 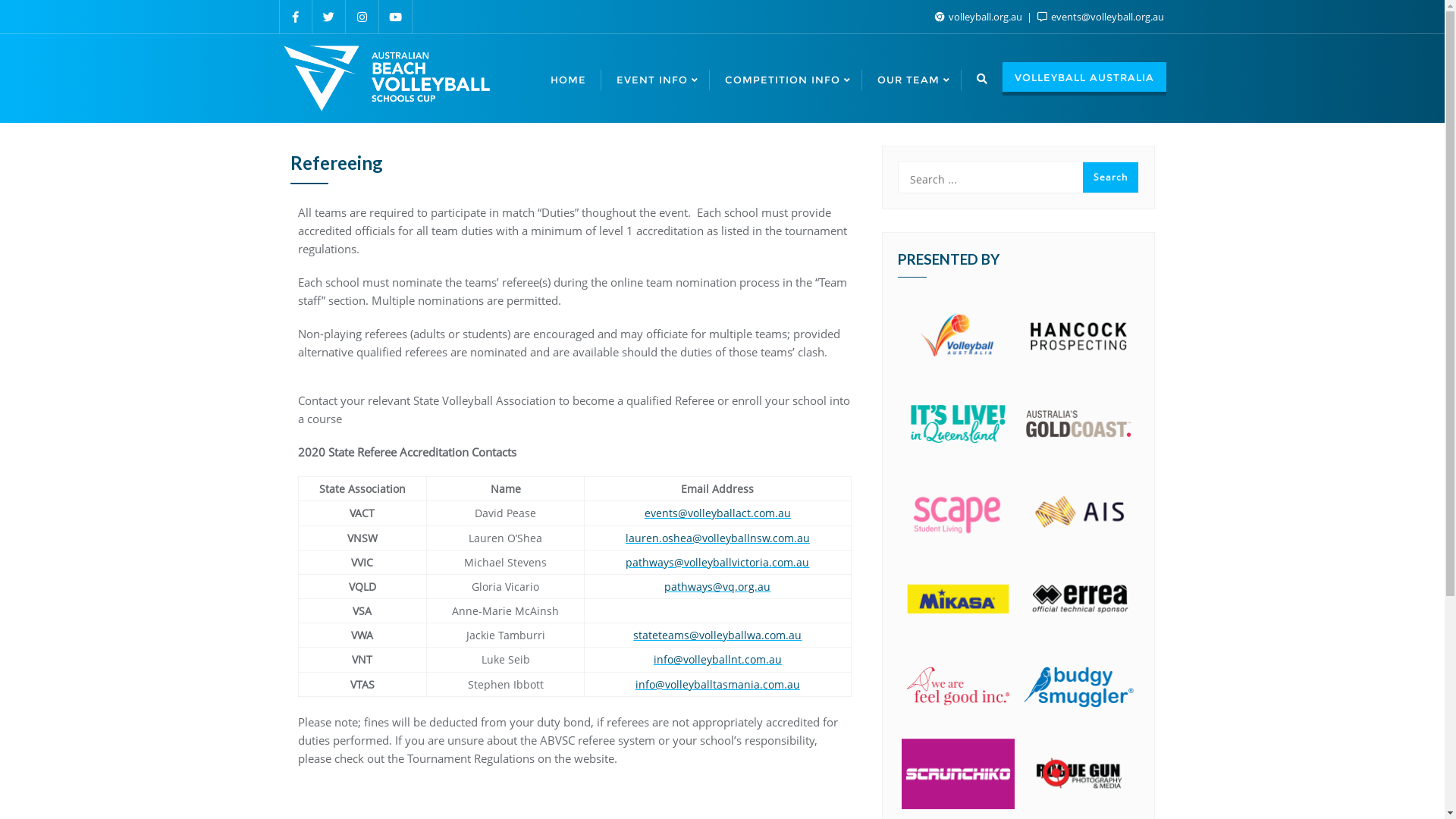 I want to click on 'EVENT INFO', so click(x=654, y=78).